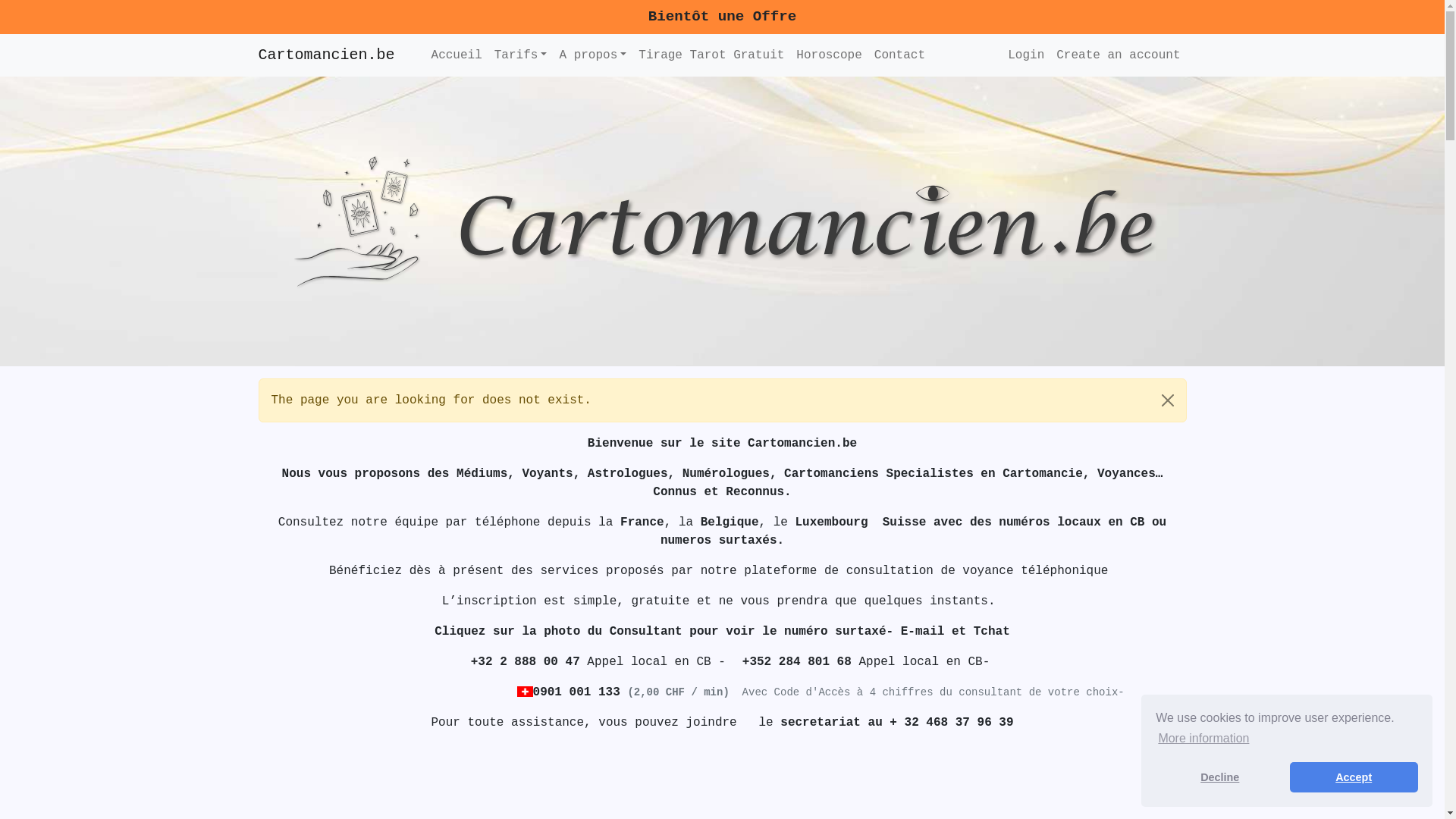 Image resolution: width=1456 pixels, height=819 pixels. What do you see at coordinates (1203, 738) in the screenshot?
I see `'More information'` at bounding box center [1203, 738].